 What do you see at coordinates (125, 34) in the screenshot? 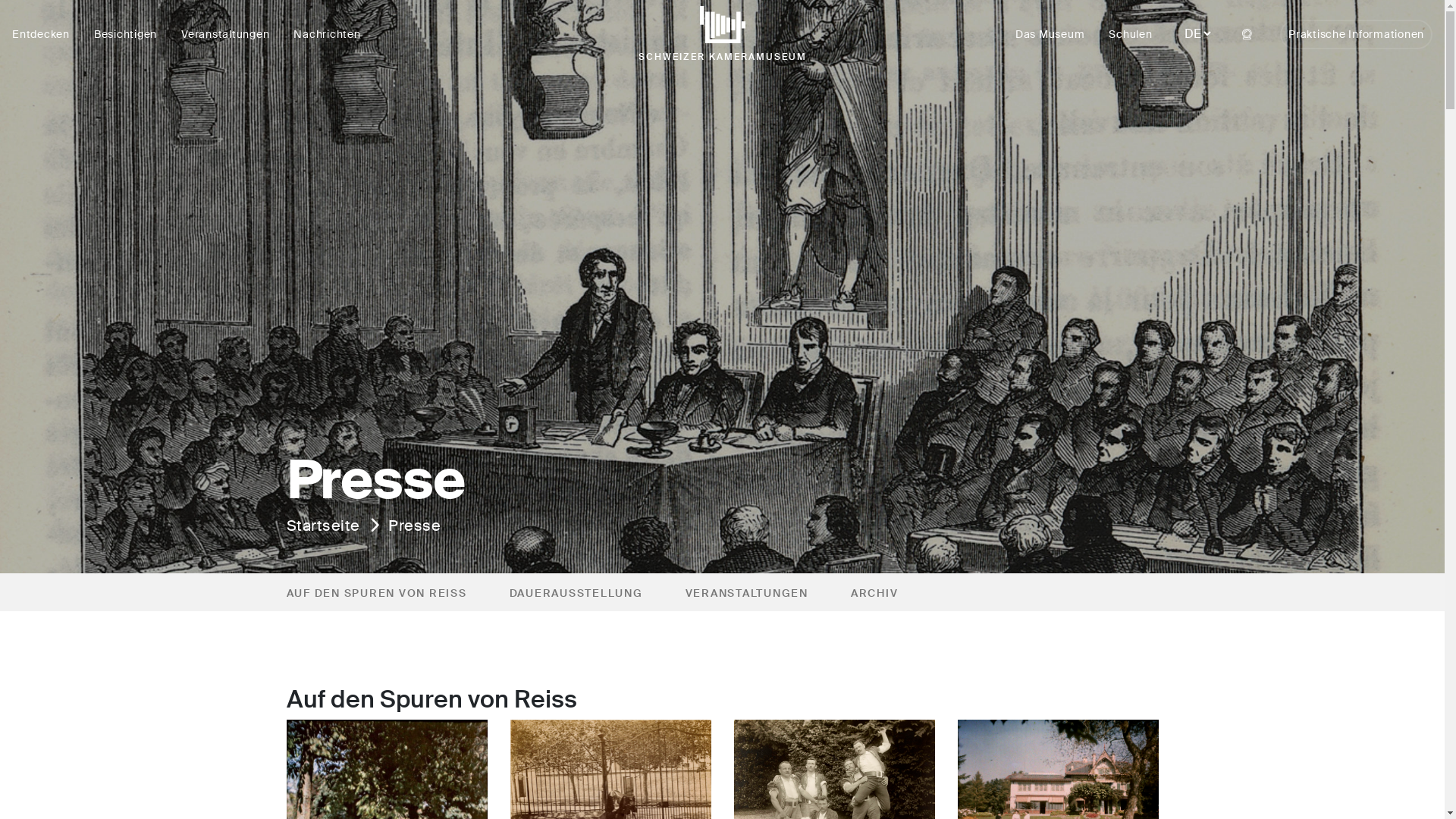
I see `'Besichtigen'` at bounding box center [125, 34].